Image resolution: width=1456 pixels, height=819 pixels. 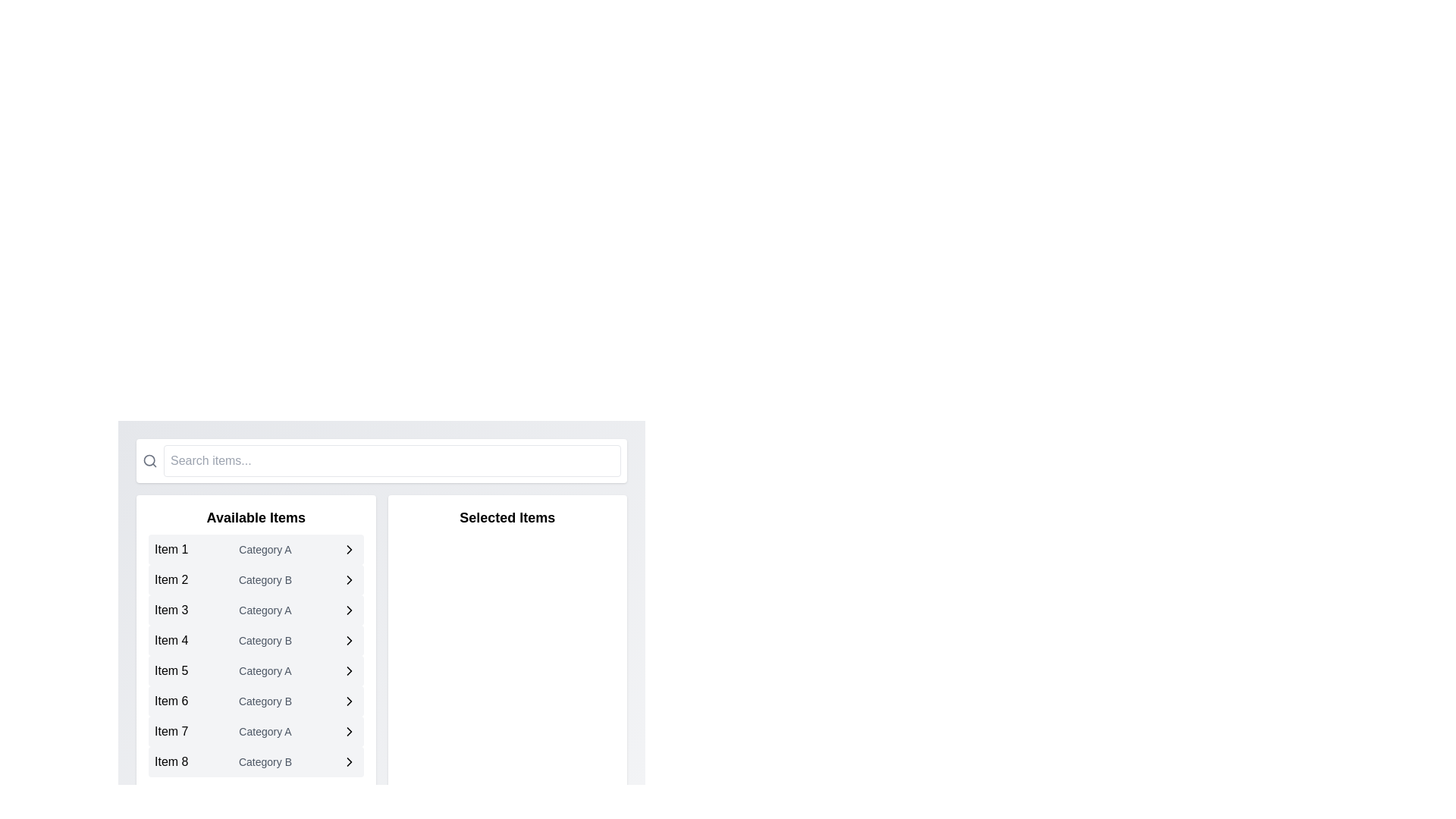 I want to click on the informational Text Label that describes 'Item 5', located directly below 'Item 5' and aligned to the right within the same row in the 'Available Items' list, so click(x=265, y=670).